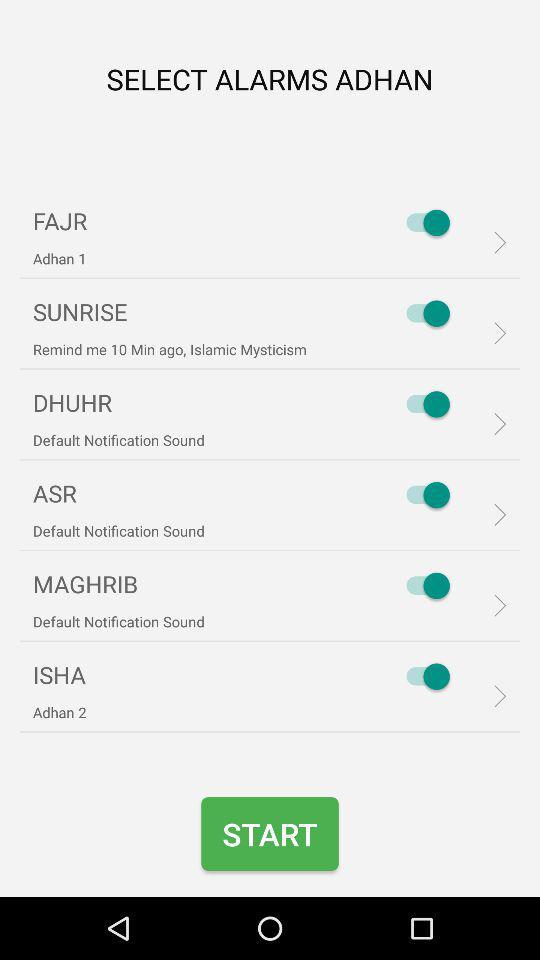 The width and height of the screenshot is (540, 960). Describe the element at coordinates (422, 585) in the screenshot. I see `notification sound` at that location.